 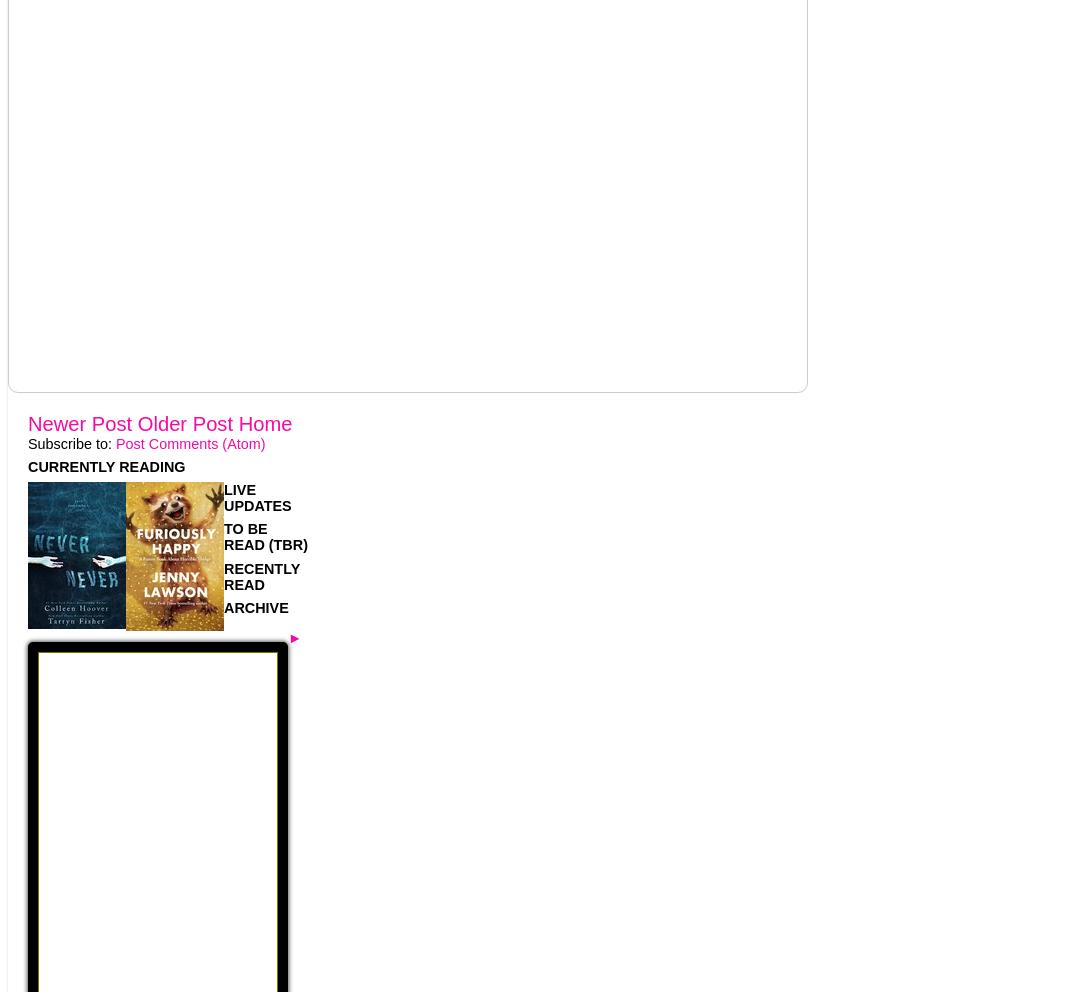 What do you see at coordinates (223, 496) in the screenshot?
I see `'LIVE UPDATES'` at bounding box center [223, 496].